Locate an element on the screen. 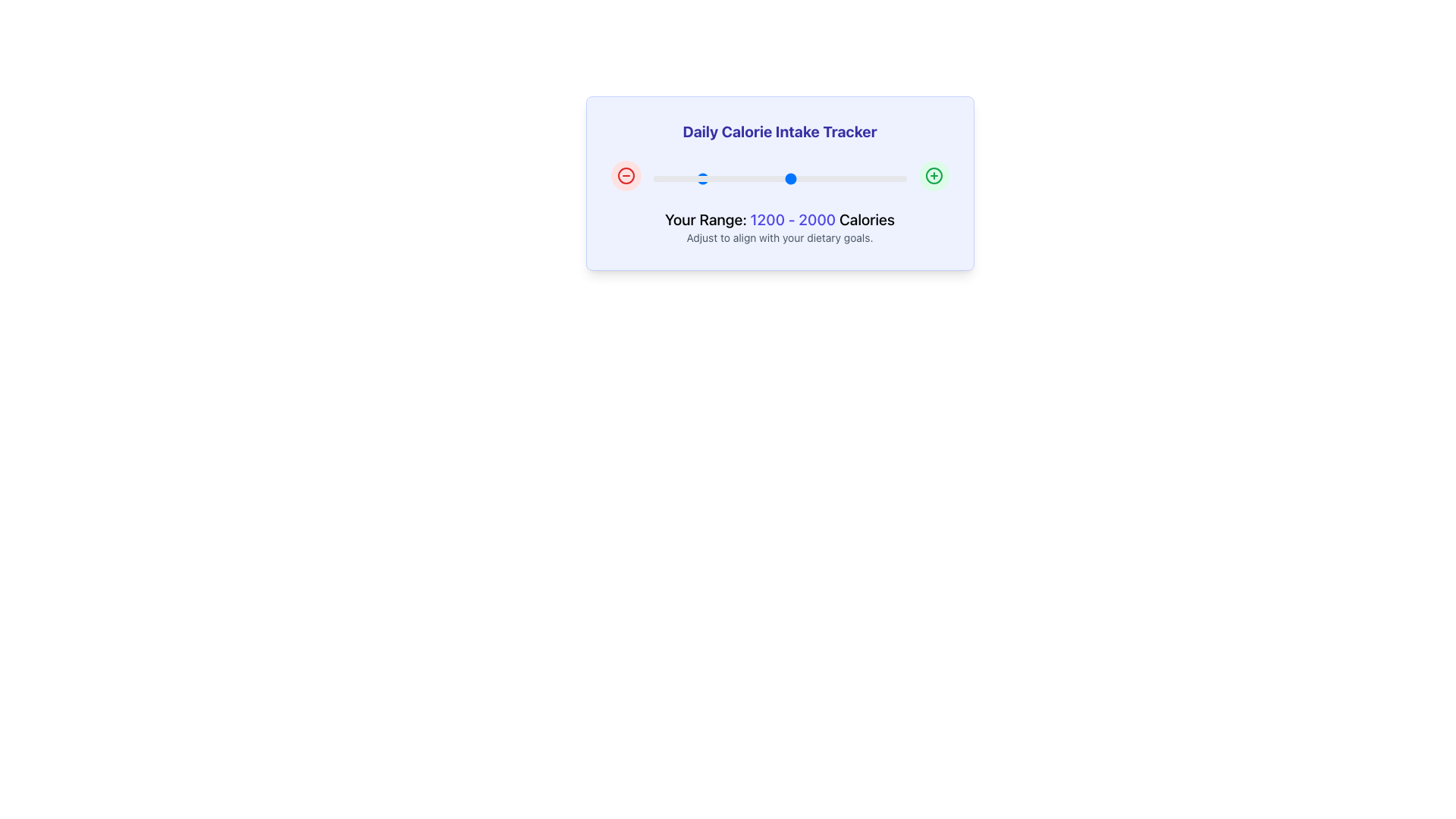 Image resolution: width=1456 pixels, height=819 pixels. the calorie value is located at coordinates (874, 177).